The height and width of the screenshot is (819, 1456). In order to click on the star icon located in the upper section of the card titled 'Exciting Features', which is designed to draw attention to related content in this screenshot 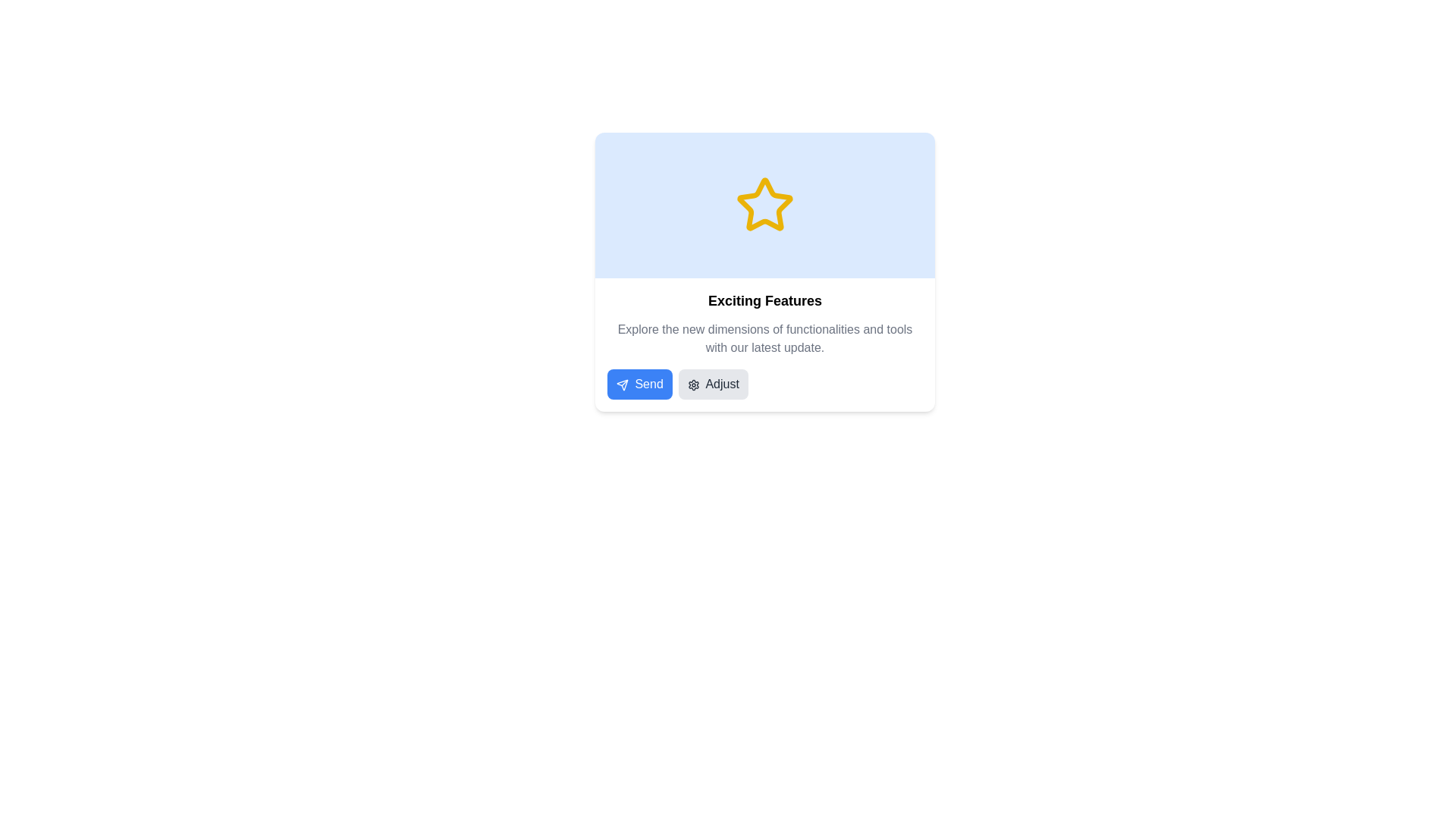, I will do `click(764, 203)`.